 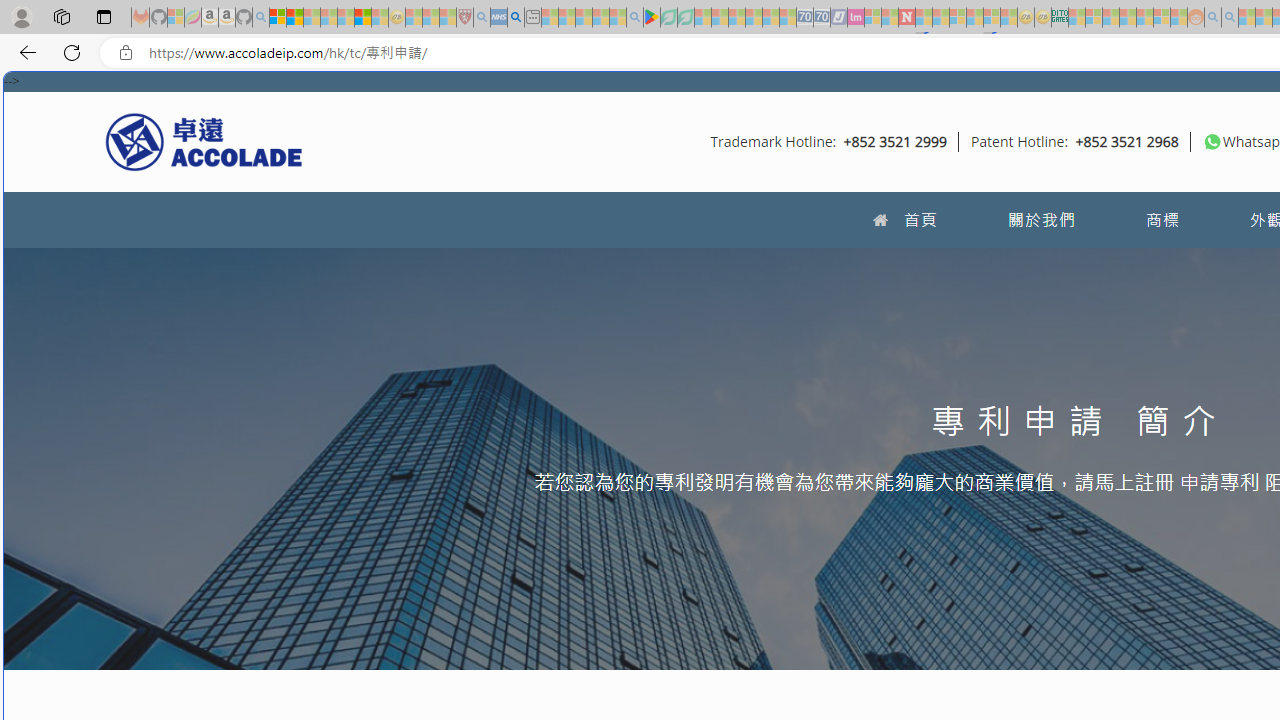 I want to click on 'Bluey: Let', so click(x=652, y=17).